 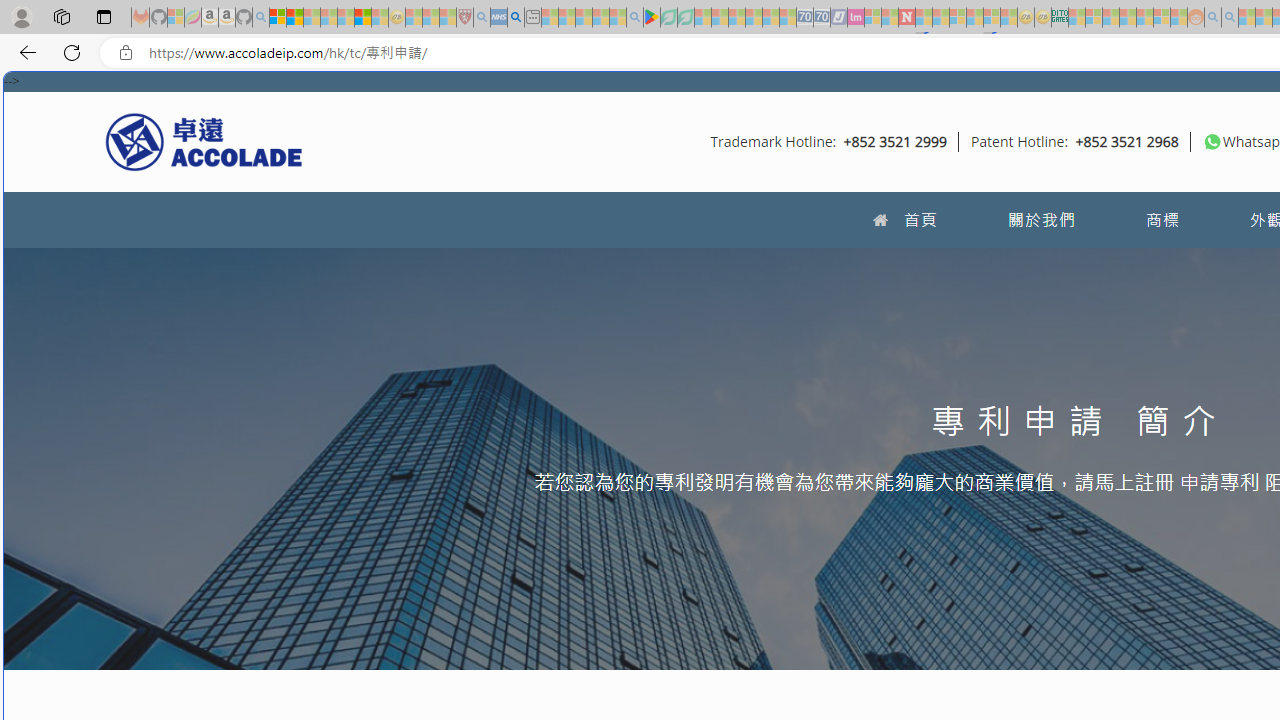 I want to click on 'Bluey: Let', so click(x=652, y=17).